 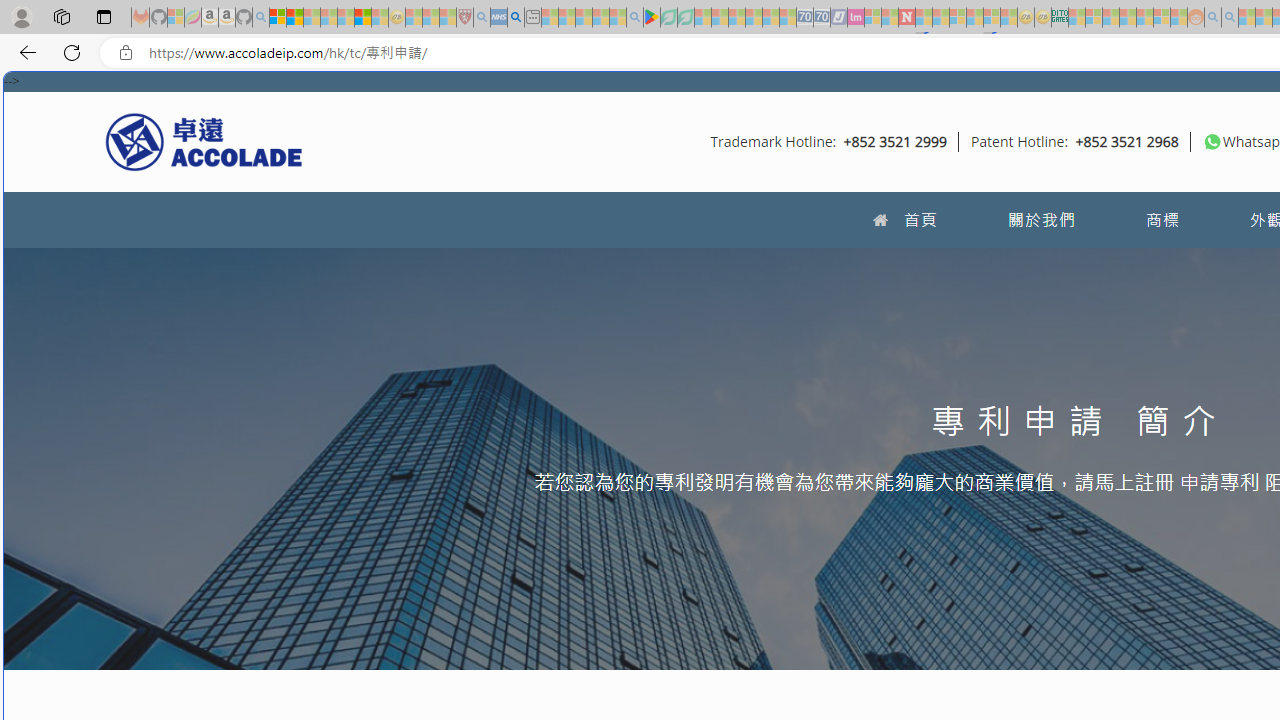 I want to click on 'Bluey: Let', so click(x=652, y=17).